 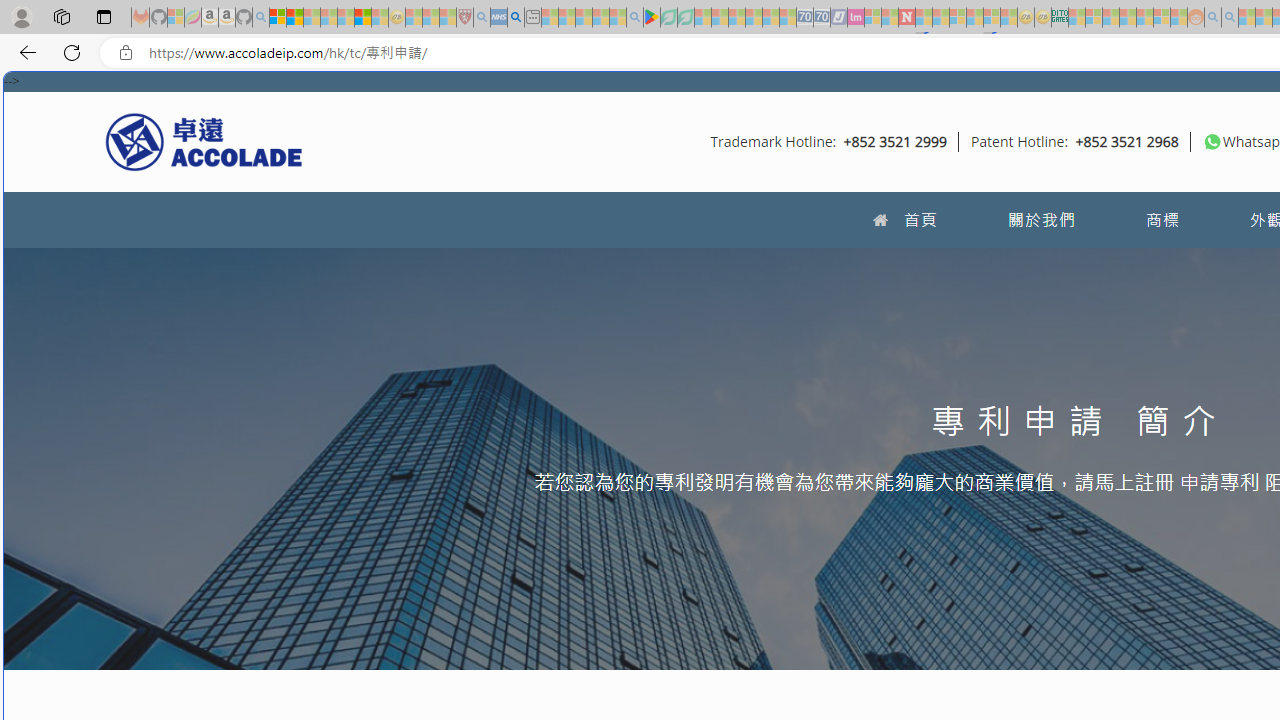 I want to click on 'Bluey: Let', so click(x=652, y=17).